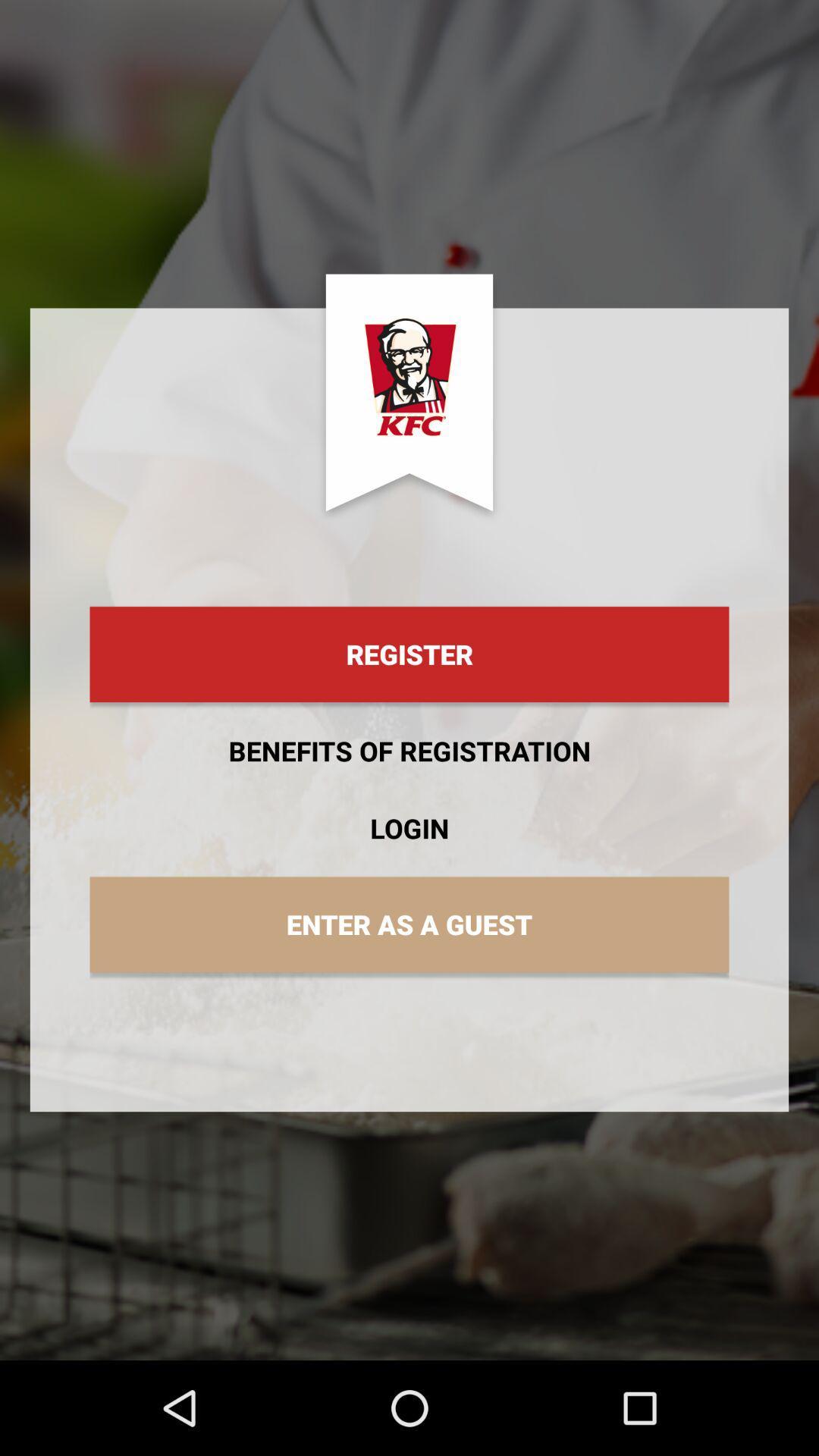  I want to click on benefits of registration, so click(409, 751).